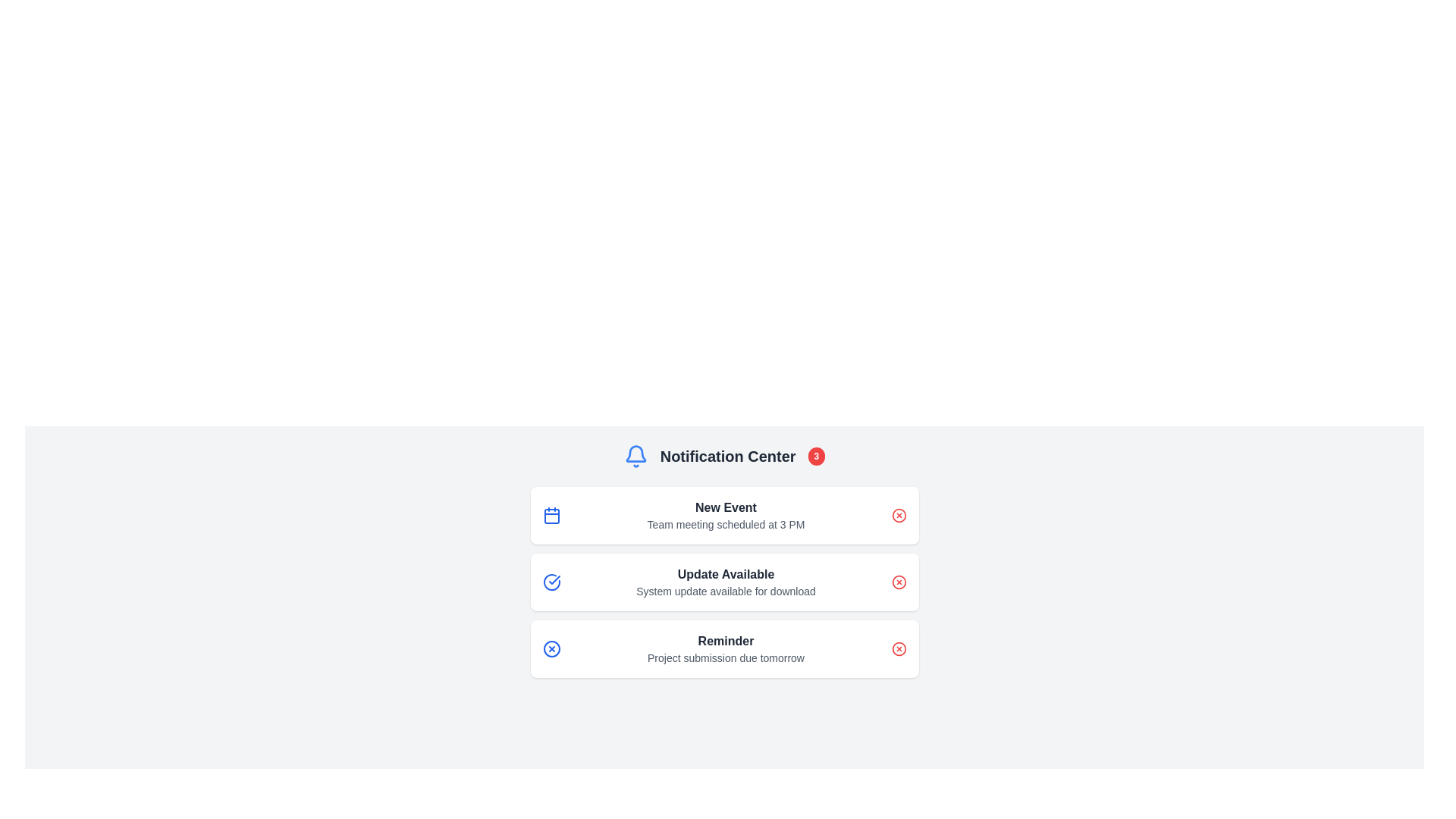 This screenshot has width=1456, height=819. Describe the element at coordinates (723, 581) in the screenshot. I see `the second notification card in the Notification Center that informs the user about a system update` at that location.